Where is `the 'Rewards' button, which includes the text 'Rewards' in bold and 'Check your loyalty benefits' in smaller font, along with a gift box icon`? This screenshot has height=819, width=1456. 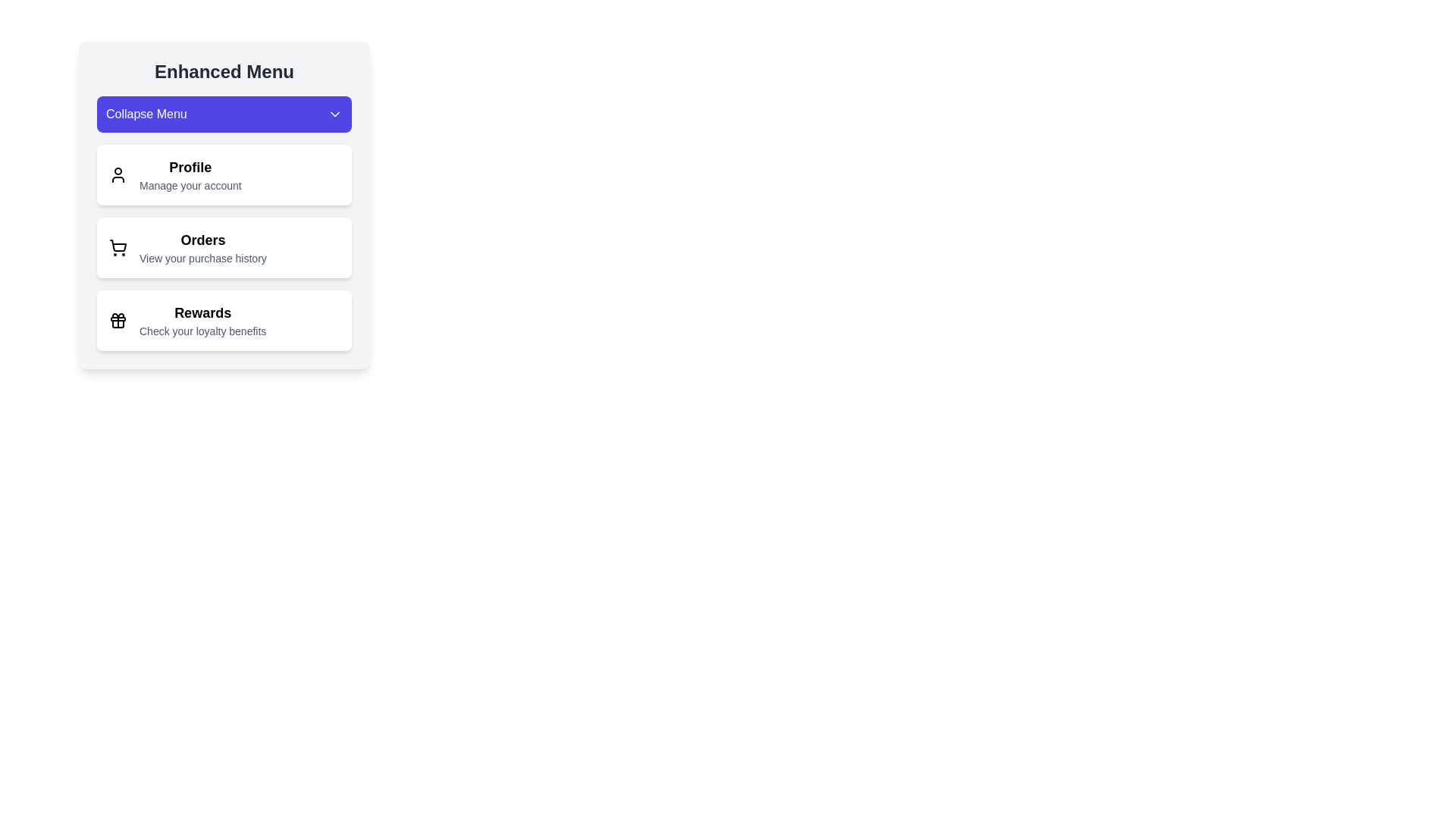
the 'Rewards' button, which includes the text 'Rewards' in bold and 'Check your loyalty benefits' in smaller font, along with a gift box icon is located at coordinates (202, 320).